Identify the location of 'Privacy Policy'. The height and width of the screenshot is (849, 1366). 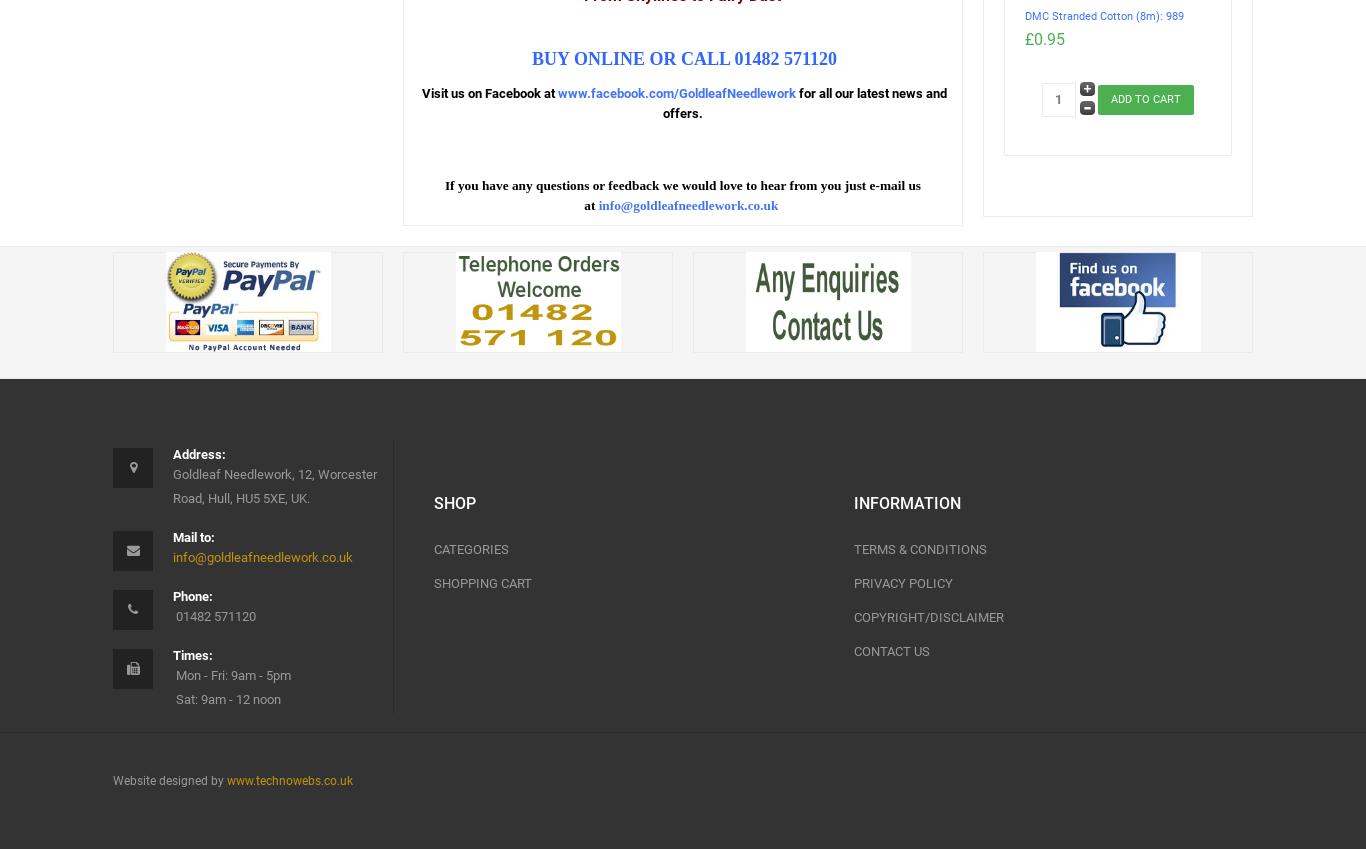
(852, 582).